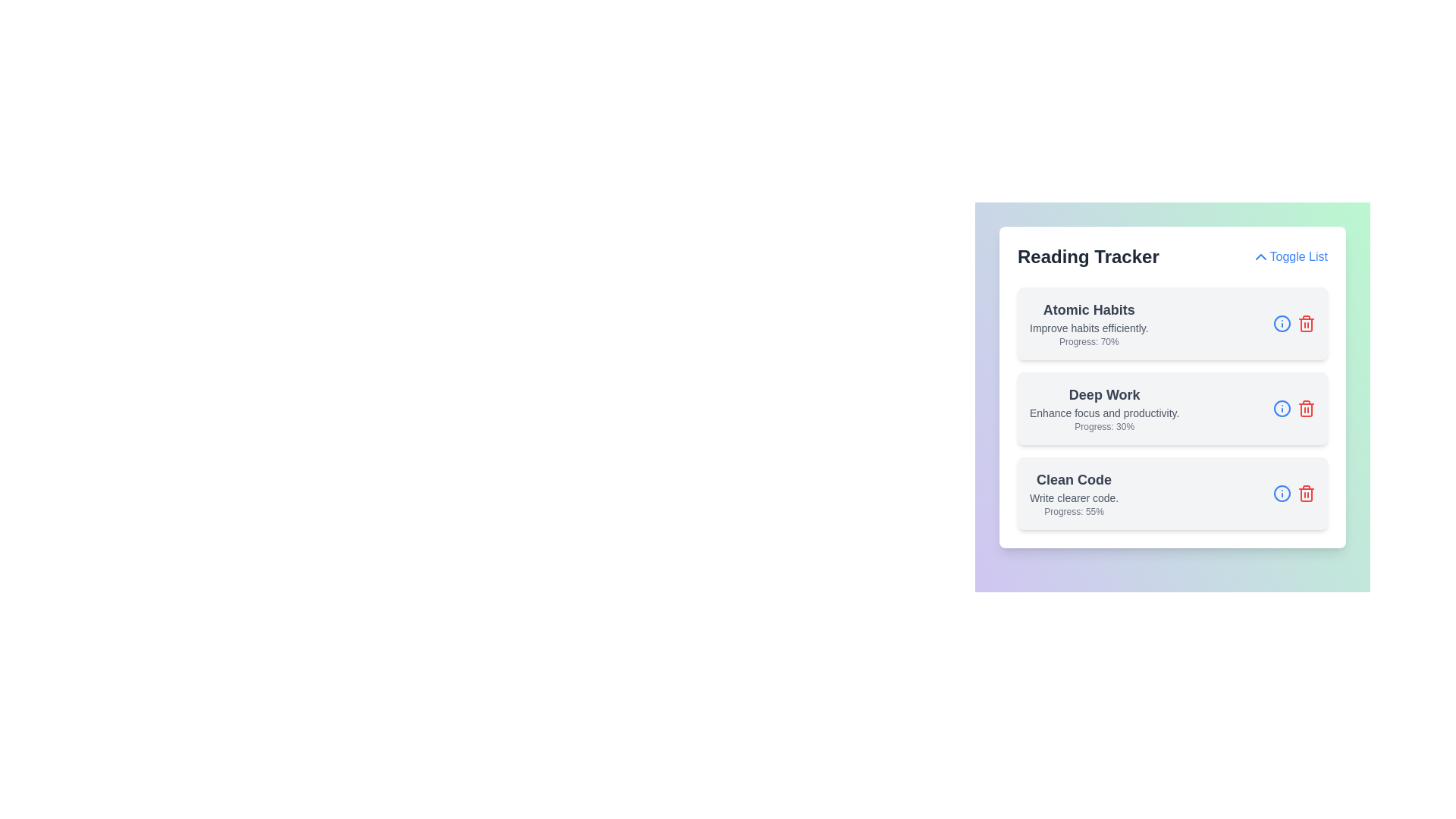 This screenshot has width=1456, height=819. Describe the element at coordinates (1073, 479) in the screenshot. I see `text content of the title label for the third item in the 'Reading Tracker' section, which indicates the subject or book name` at that location.